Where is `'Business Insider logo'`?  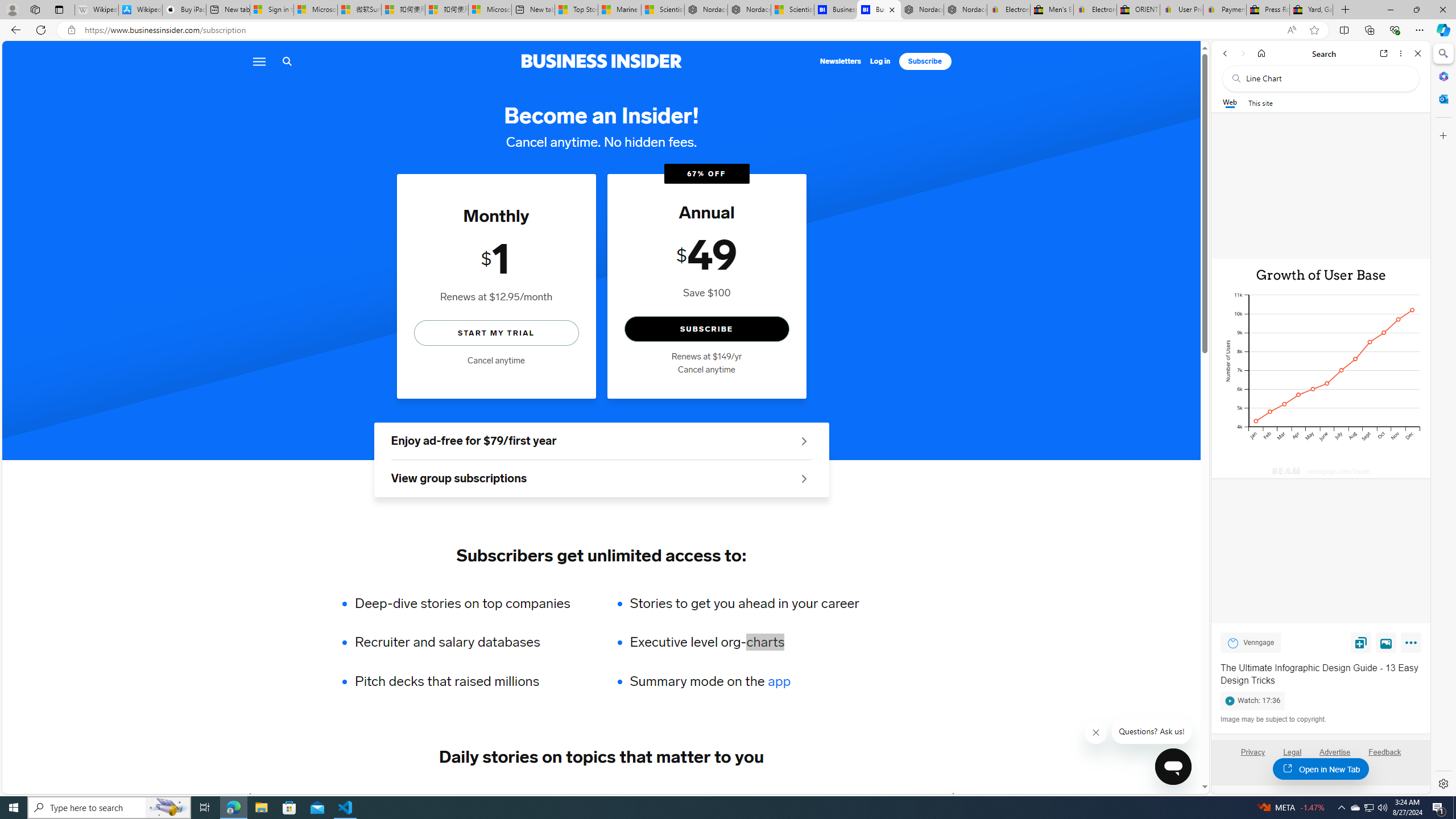 'Business Insider logo' is located at coordinates (601, 61).